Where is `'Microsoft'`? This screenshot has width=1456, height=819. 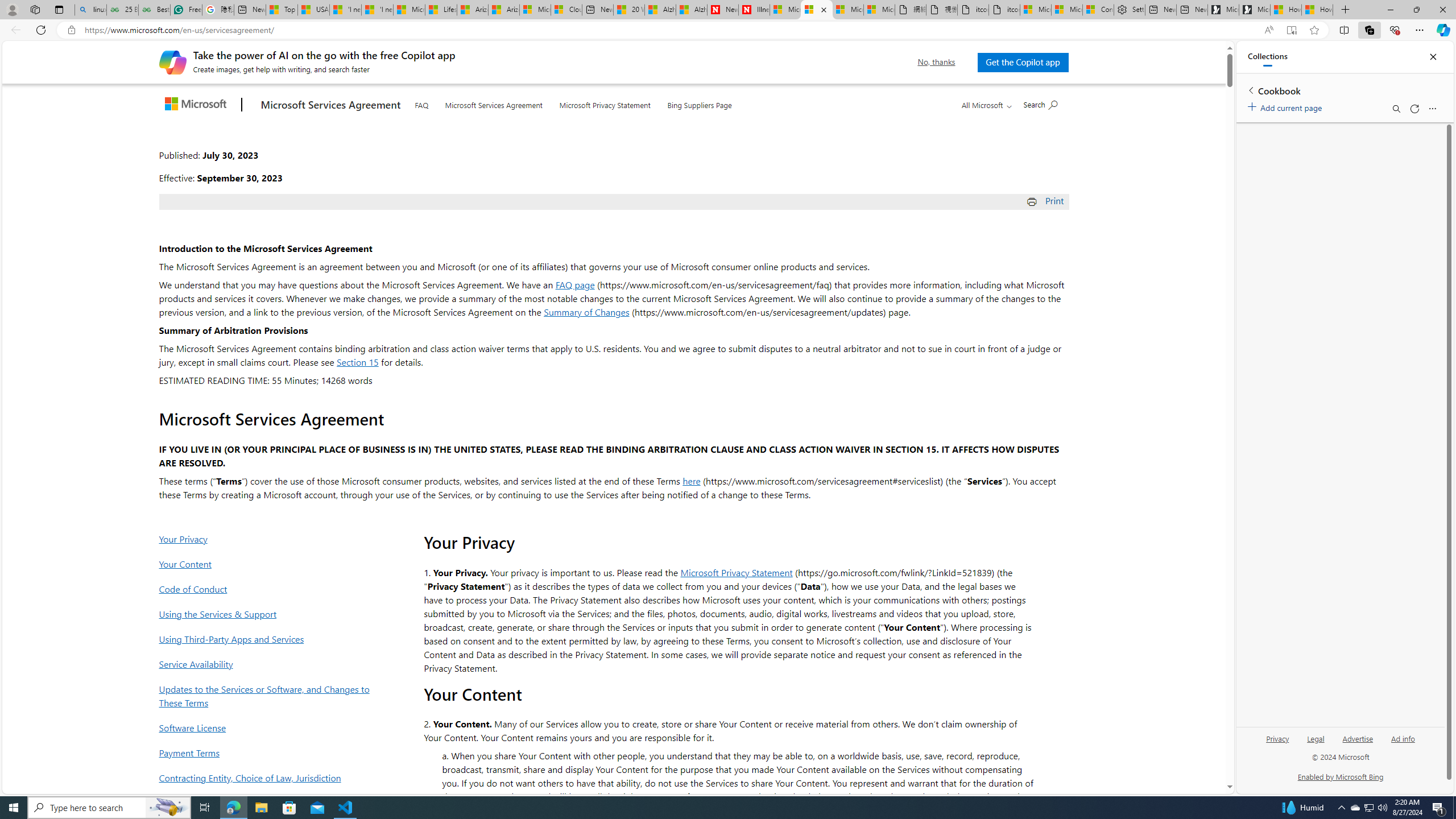
'Microsoft' is located at coordinates (197, 105).